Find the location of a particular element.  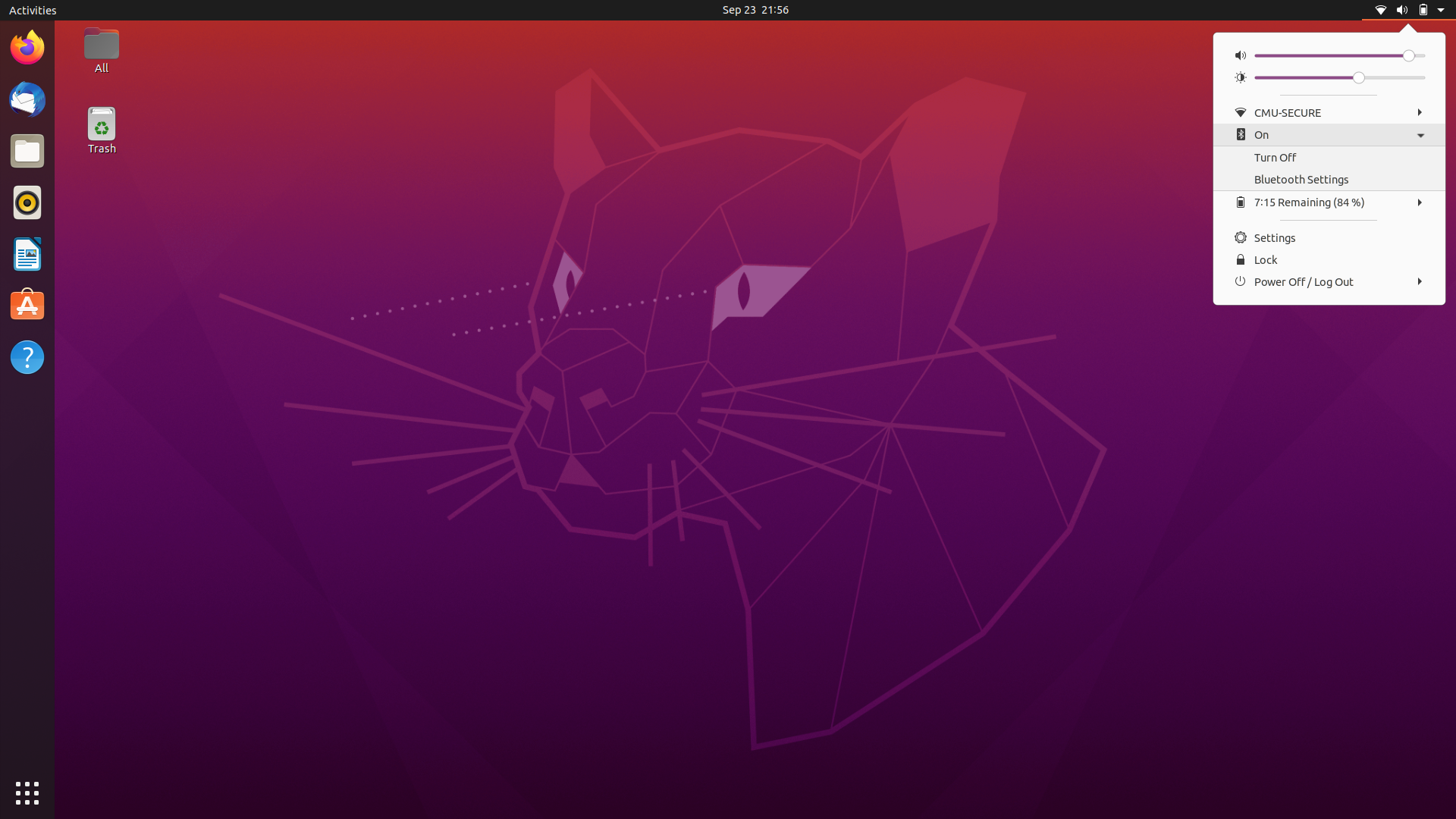

Increase Brightness is located at coordinates (1418, 79).